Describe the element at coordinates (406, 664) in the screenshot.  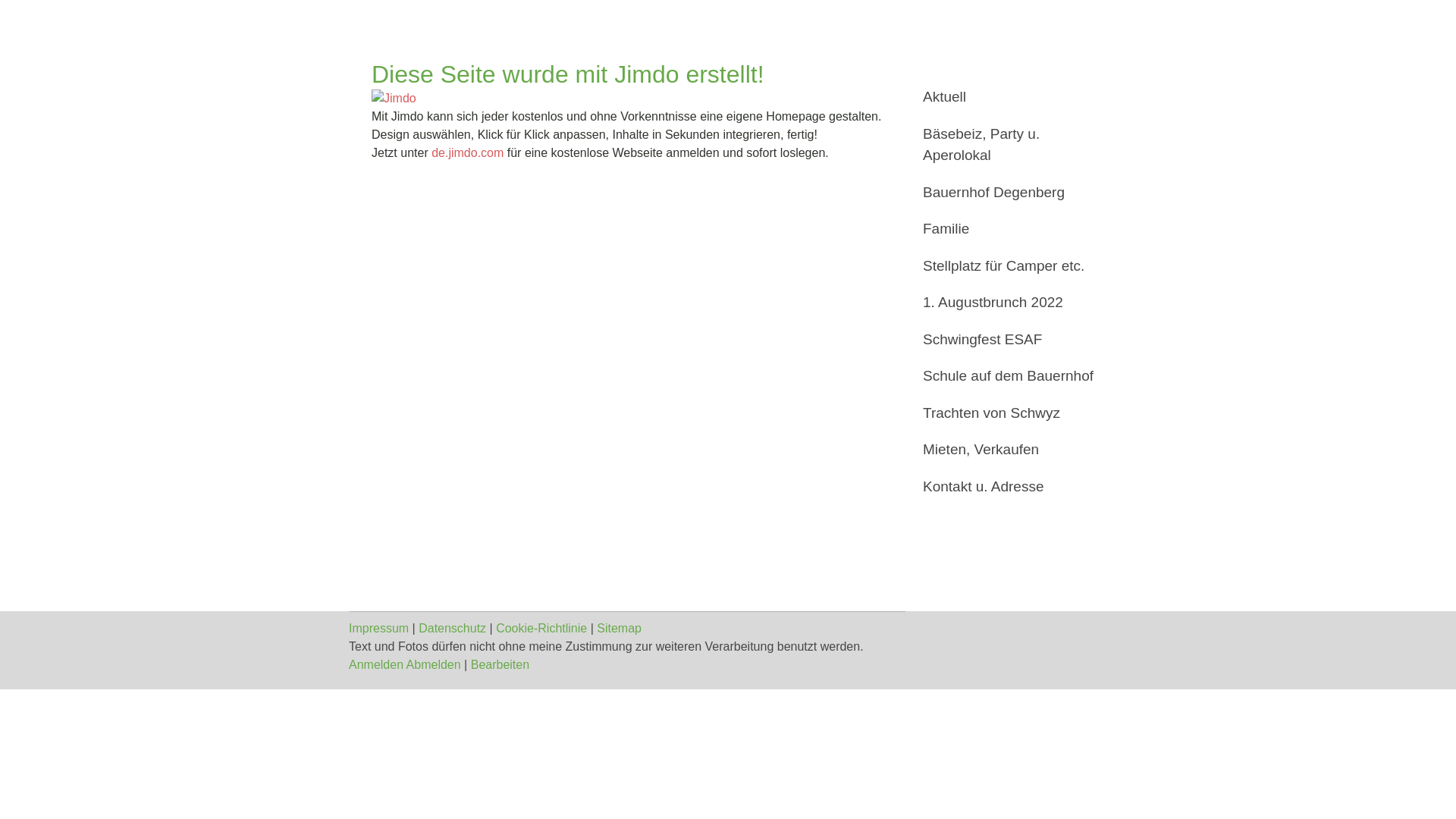
I see `'Abmelden'` at that location.